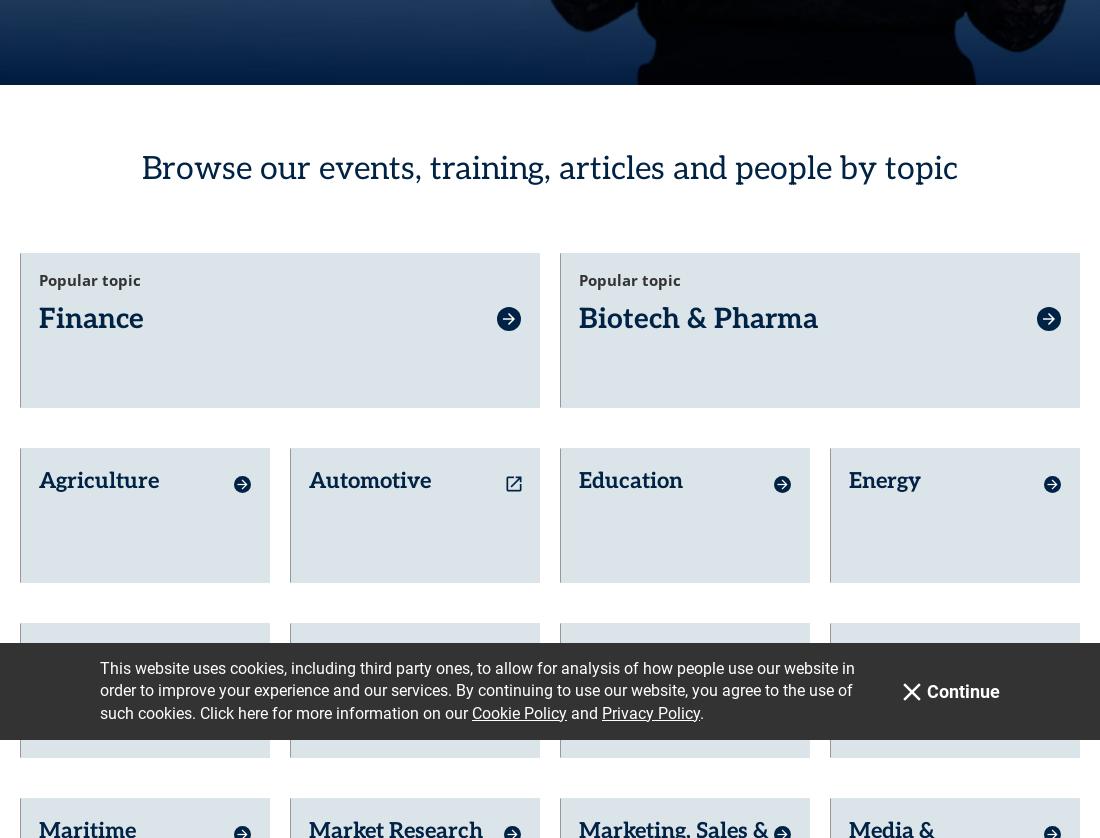 This screenshot has width=1100, height=838. Describe the element at coordinates (396, 601) in the screenshot. I see `'Market Research'` at that location.